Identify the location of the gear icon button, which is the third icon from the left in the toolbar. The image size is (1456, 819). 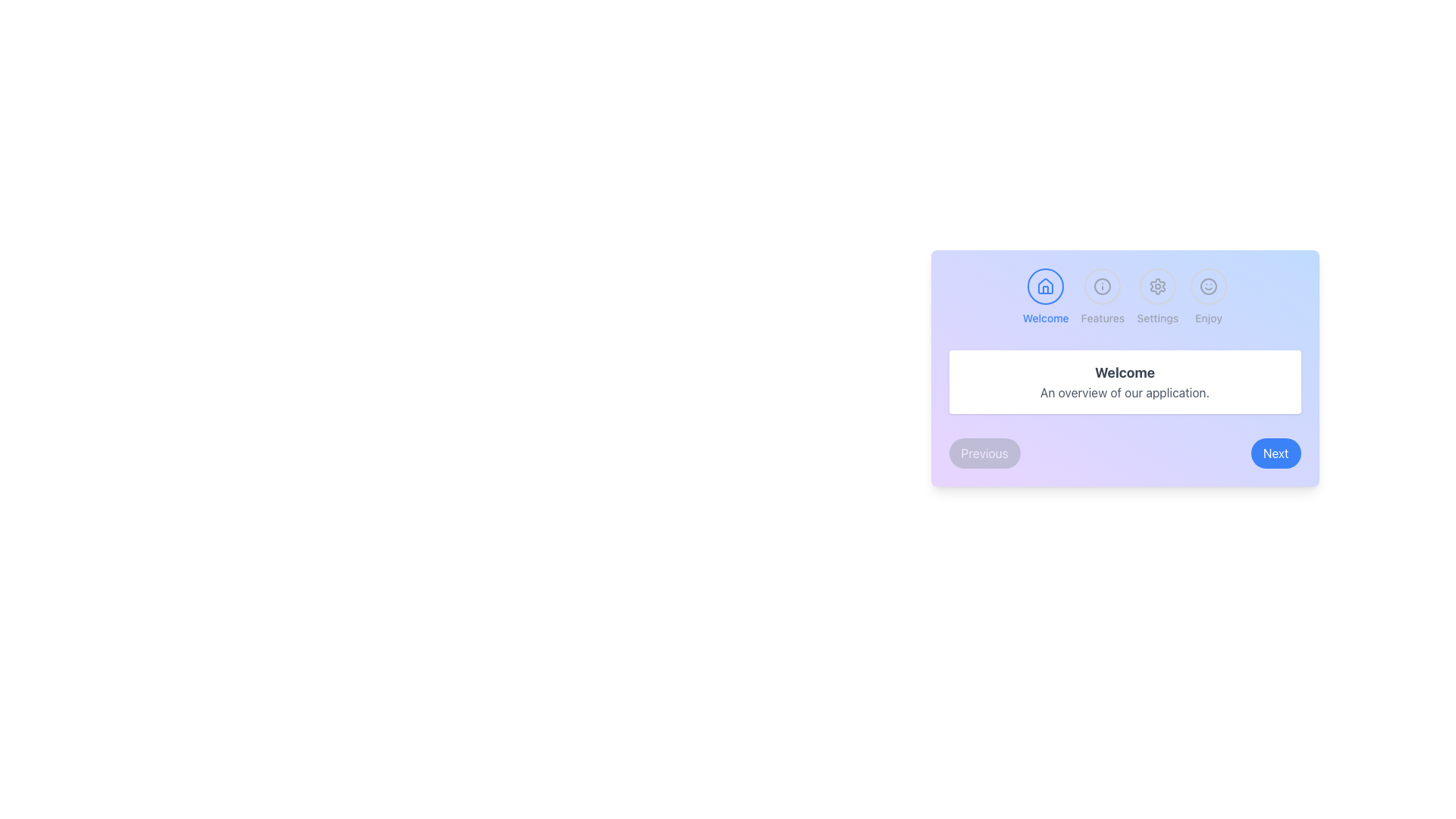
(1156, 287).